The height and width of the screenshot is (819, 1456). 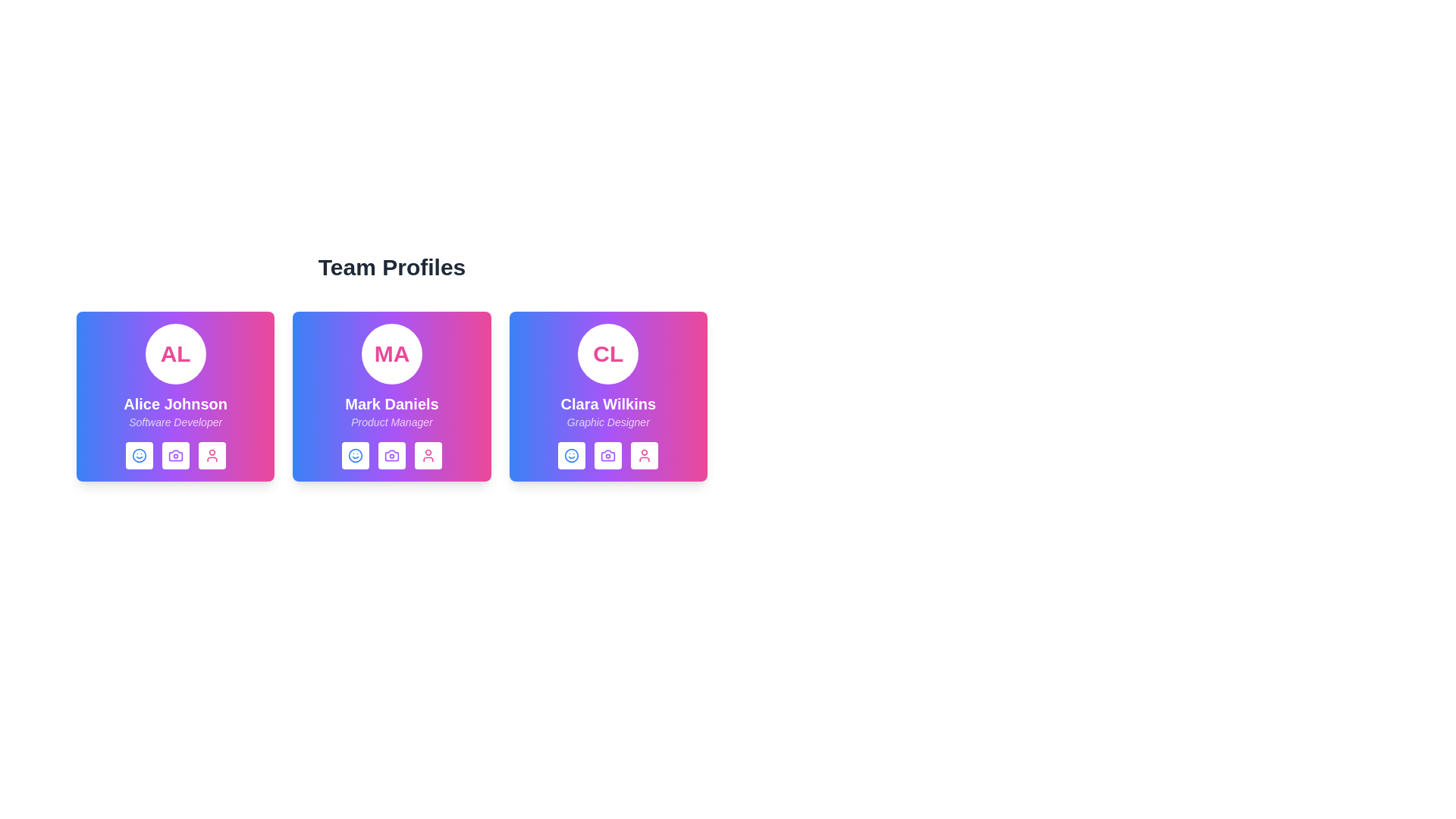 I want to click on the avatar representing the profile named 'Clara Wilkins' located at the top of the profile card in the third position from the left in the 'Team Profiles' section, so click(x=608, y=353).